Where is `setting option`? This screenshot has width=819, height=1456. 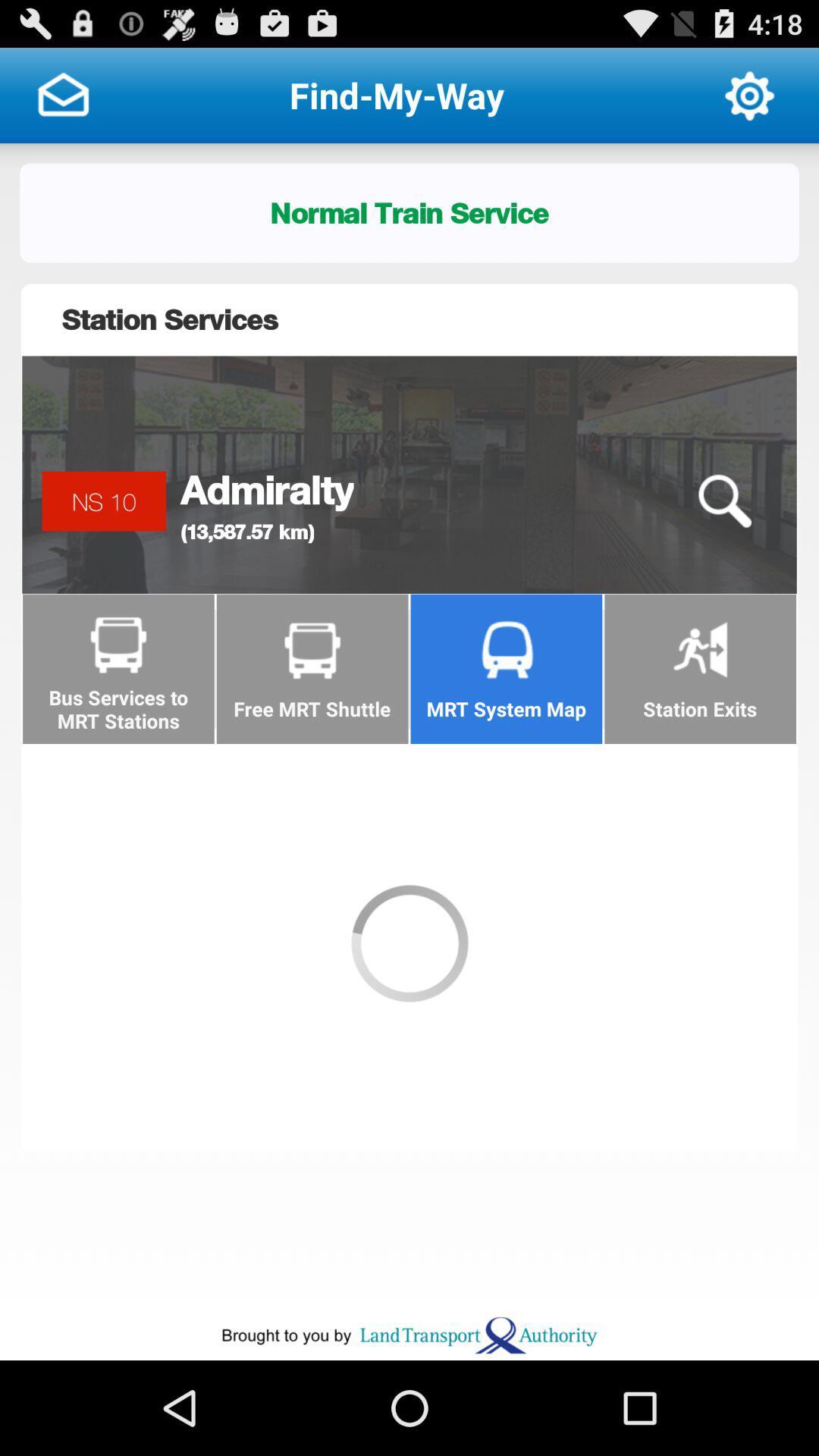 setting option is located at coordinates (748, 94).